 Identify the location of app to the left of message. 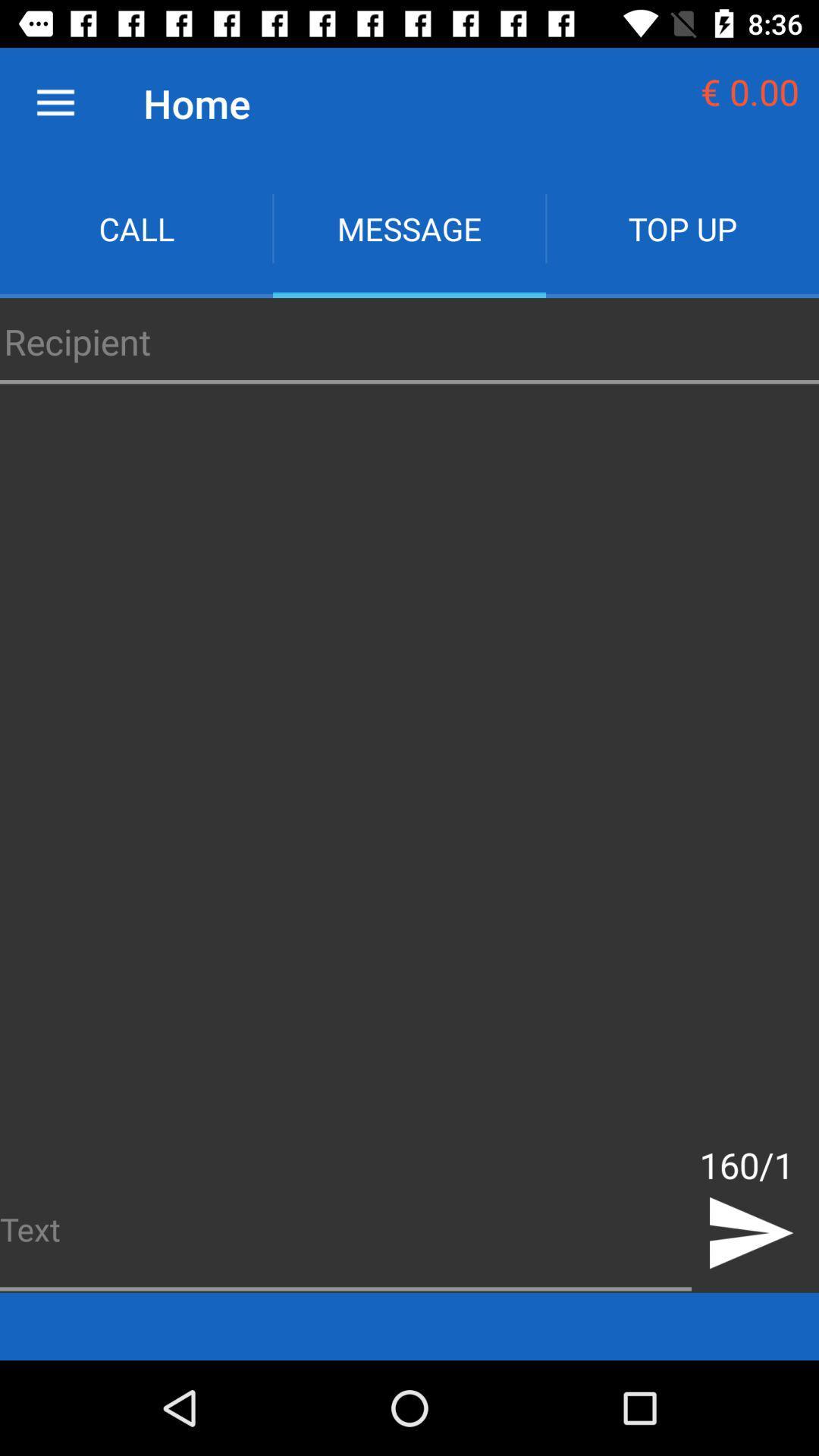
(136, 227).